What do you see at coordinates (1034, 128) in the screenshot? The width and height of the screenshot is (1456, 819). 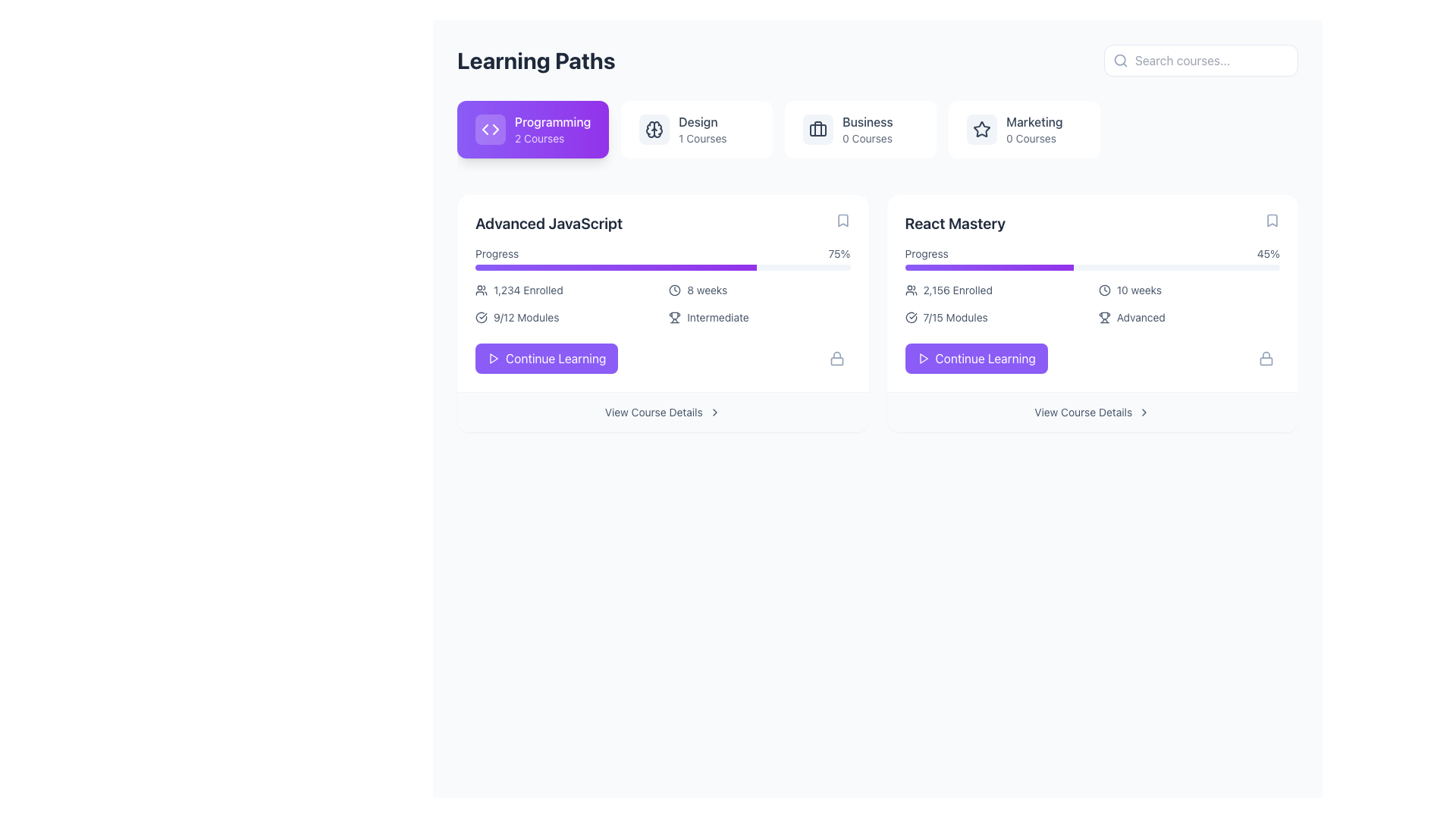 I see `the 'Marketing' category text label indicating '0 Courses' available within the 'Learning Paths' section` at bounding box center [1034, 128].